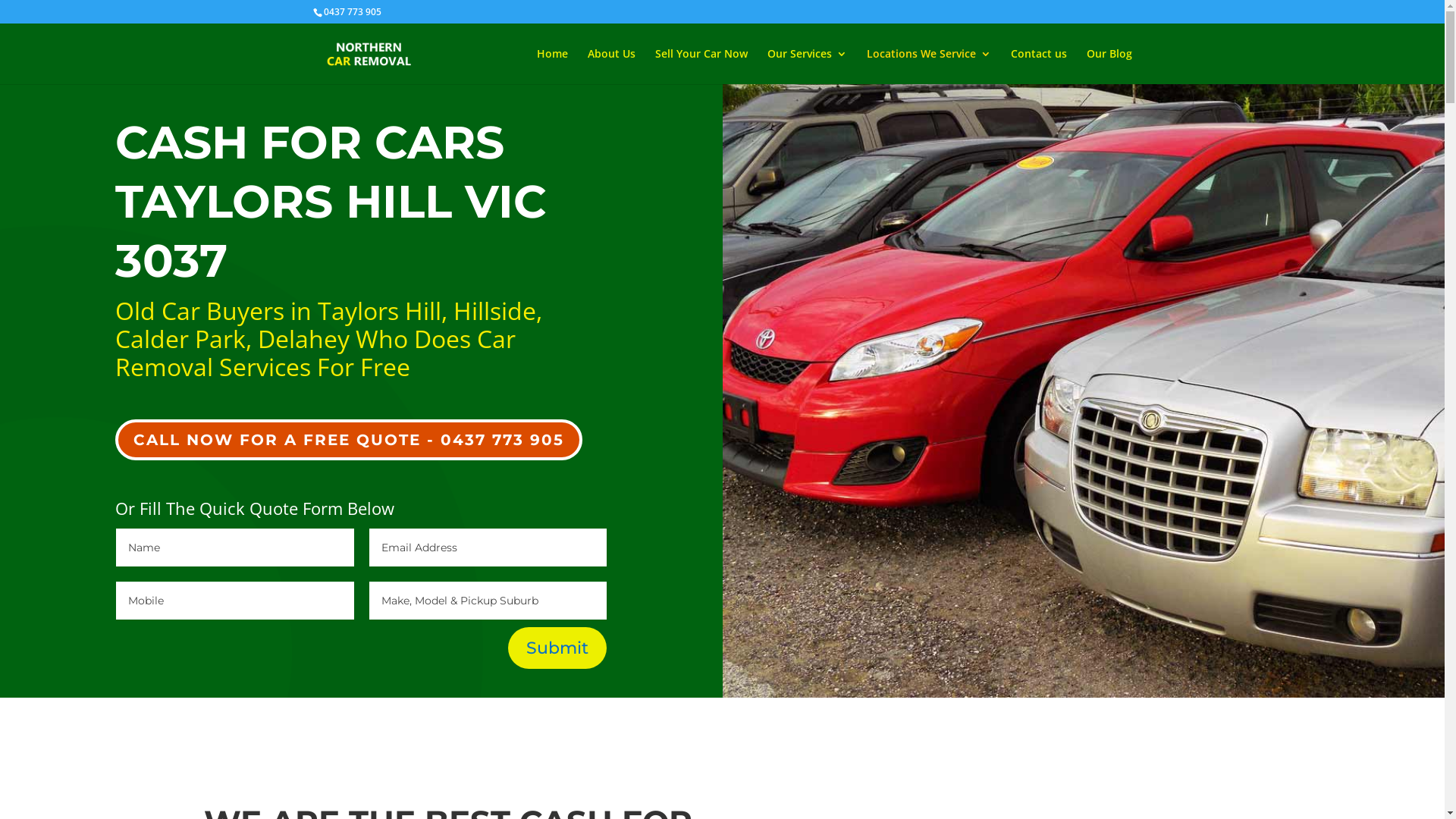  Describe the element at coordinates (701, 65) in the screenshot. I see `'Sell Your Car Now'` at that location.